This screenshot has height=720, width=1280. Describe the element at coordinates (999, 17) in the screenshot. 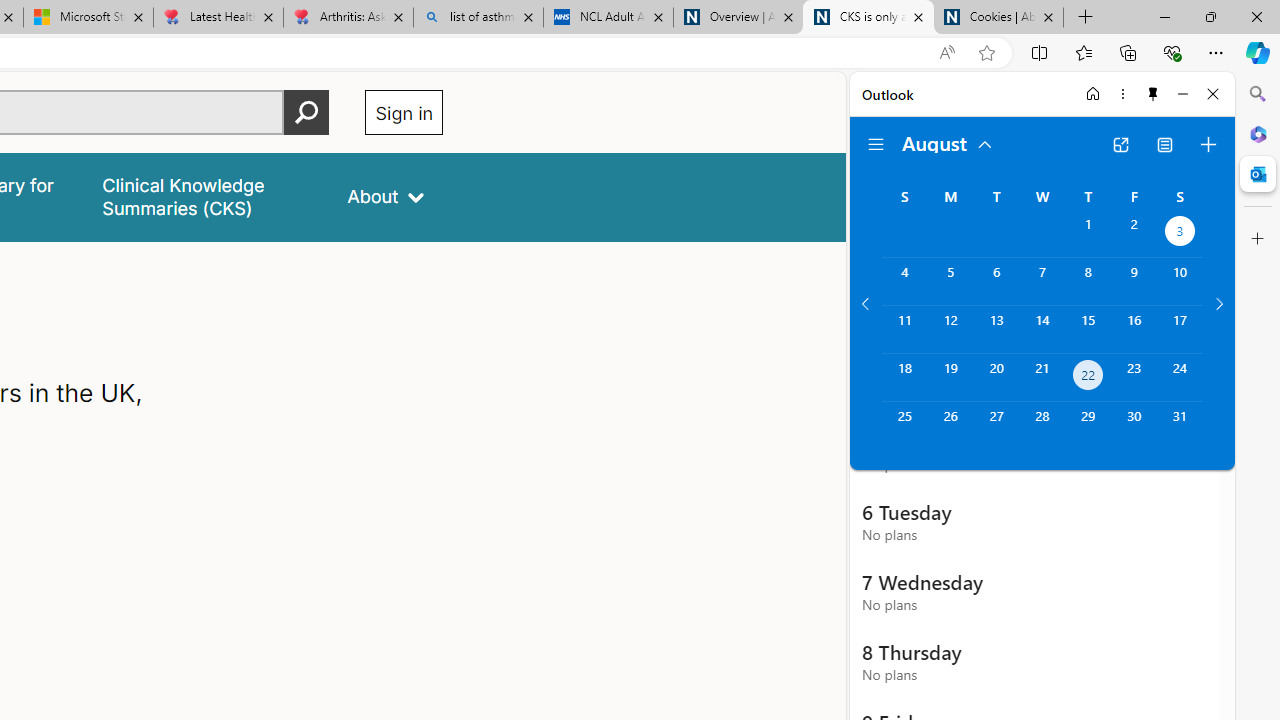

I see `'Cookies | About | NICE'` at that location.